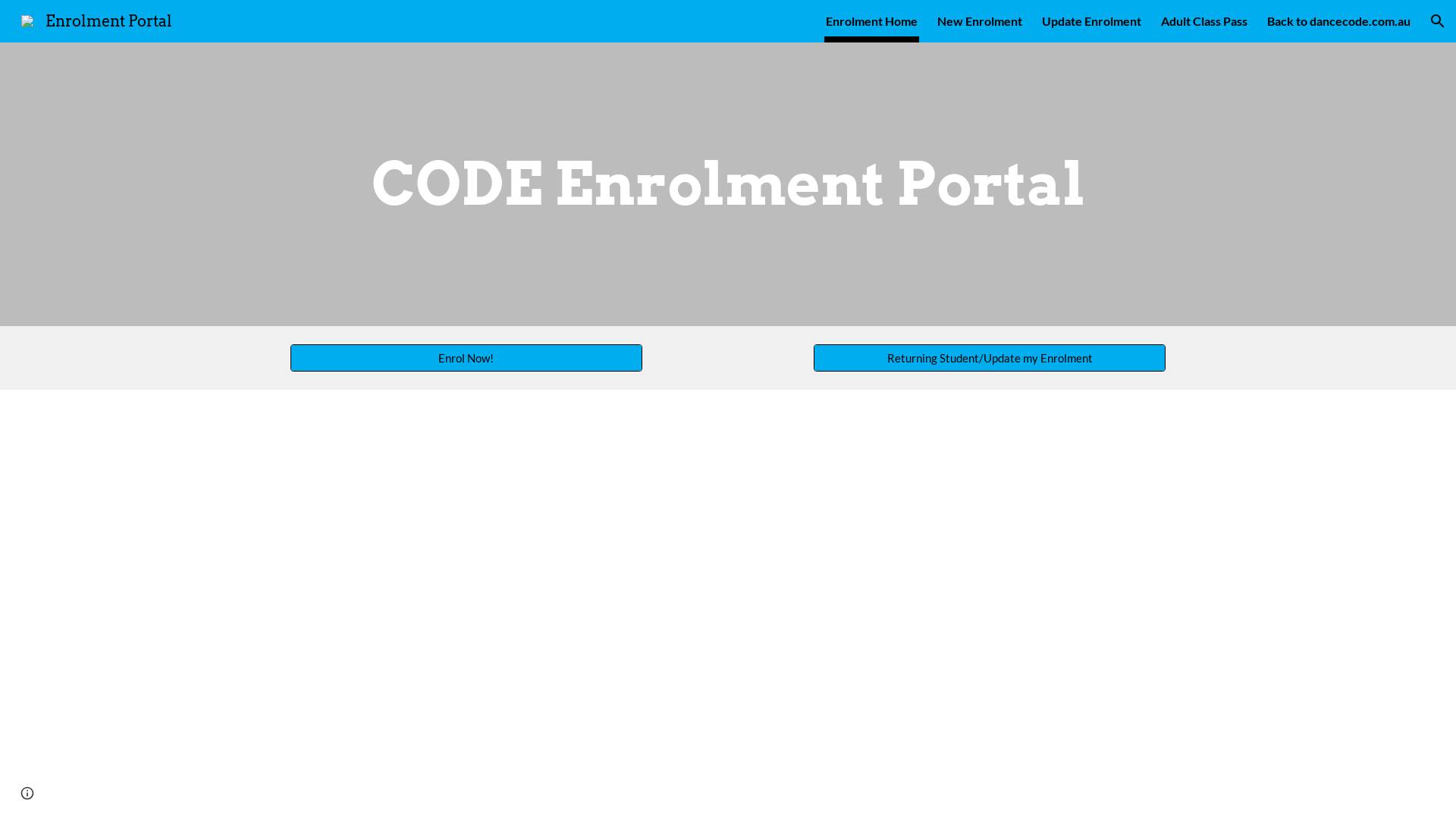 The image size is (1456, 819). I want to click on 'Update Enrolment', so click(1090, 20).